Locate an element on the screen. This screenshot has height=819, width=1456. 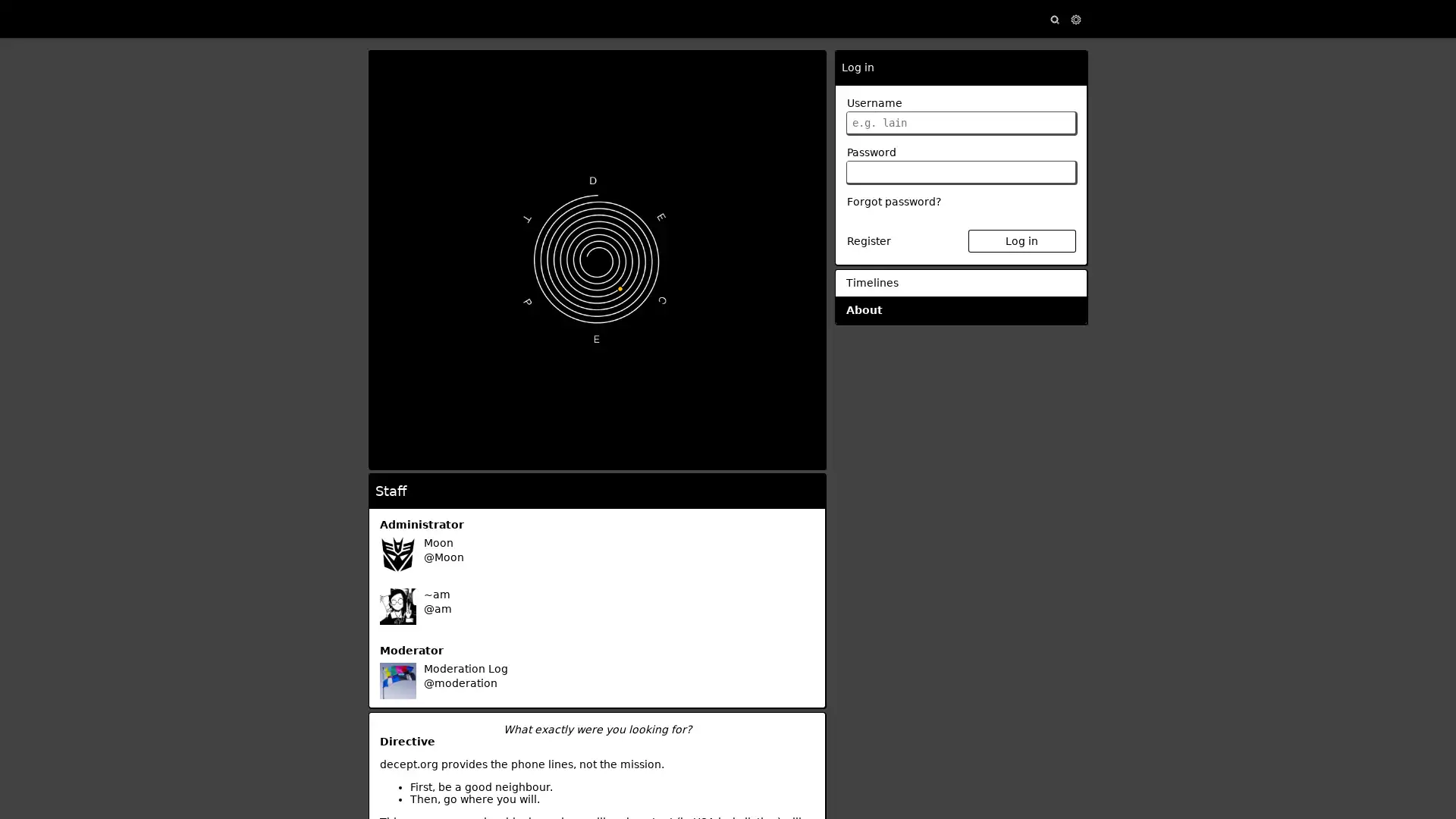
Log in is located at coordinates (1021, 240).